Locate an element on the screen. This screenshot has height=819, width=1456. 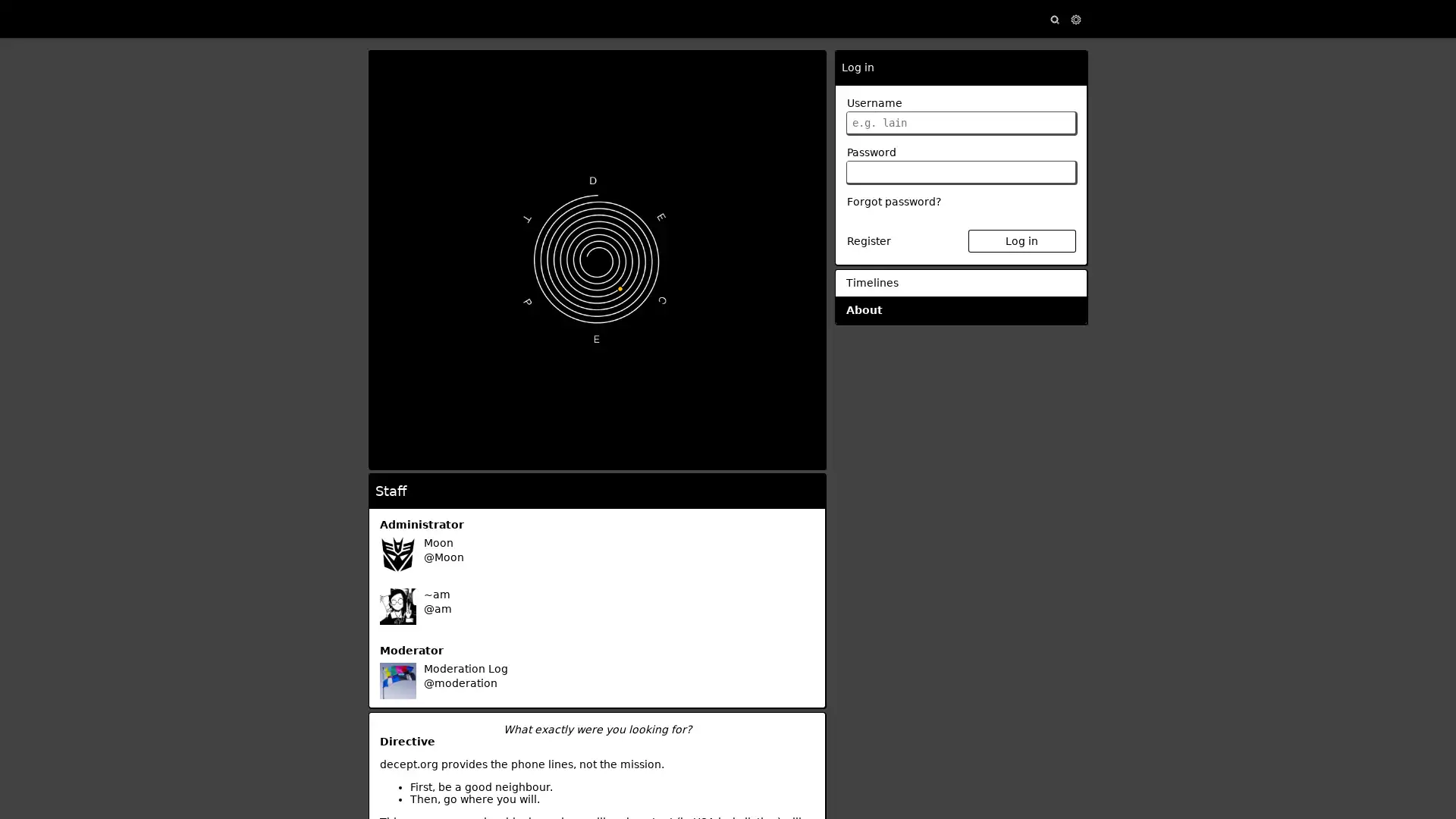
Log in is located at coordinates (1021, 240).